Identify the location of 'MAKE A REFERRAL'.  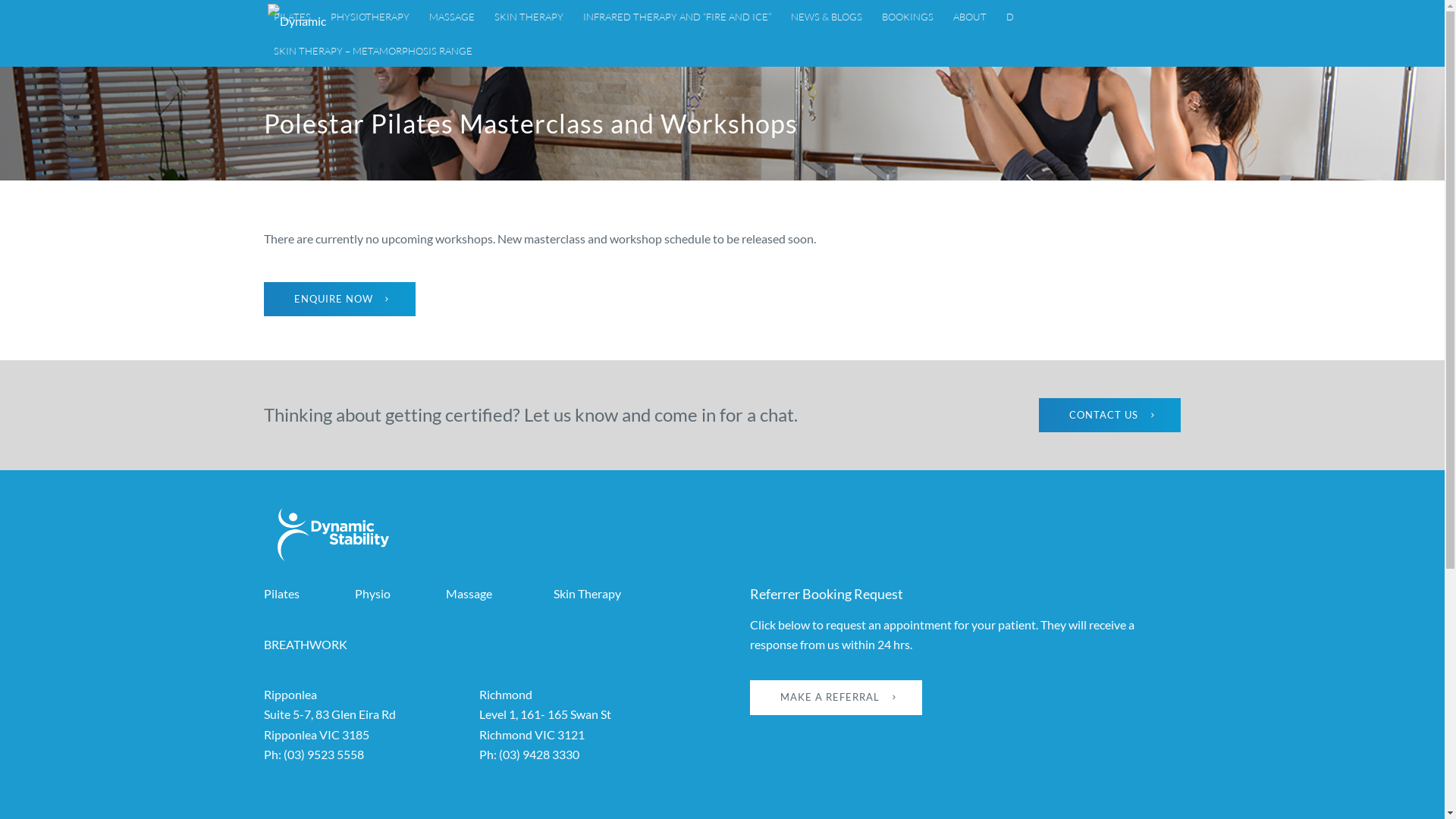
(749, 698).